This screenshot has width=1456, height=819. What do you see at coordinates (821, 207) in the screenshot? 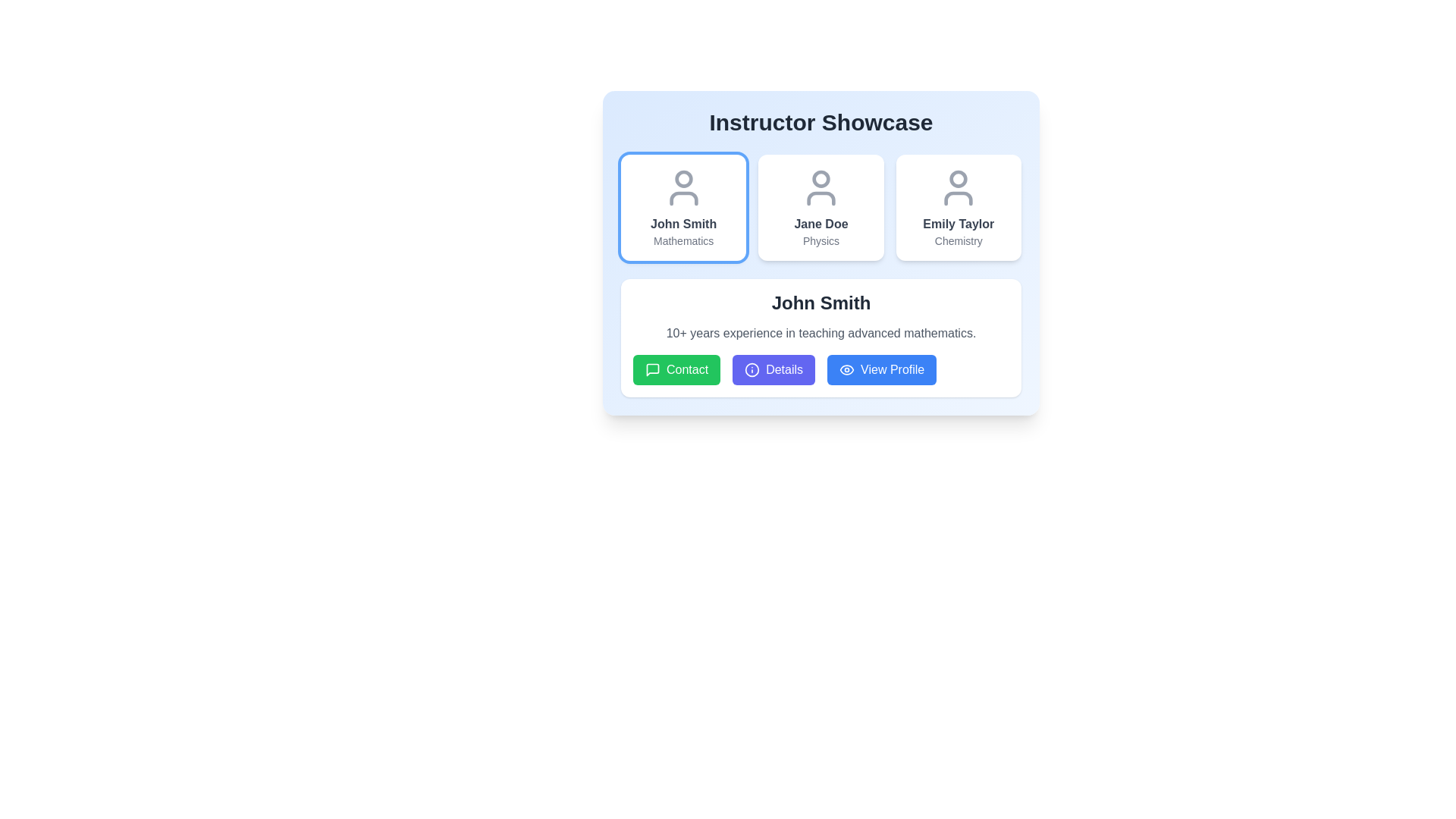
I see `the second profile card` at bounding box center [821, 207].